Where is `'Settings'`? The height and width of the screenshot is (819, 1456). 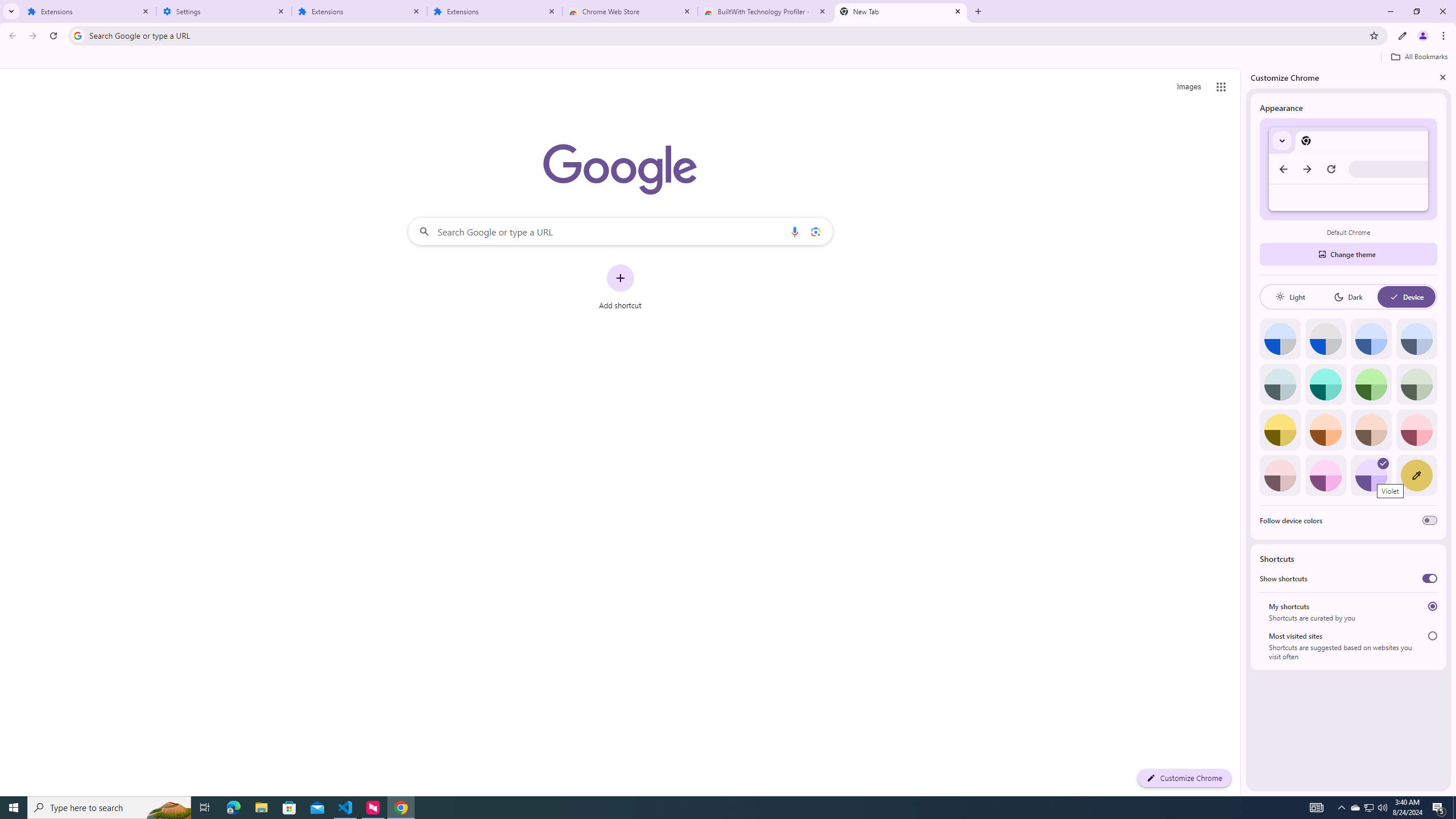
'Settings' is located at coordinates (224, 11).